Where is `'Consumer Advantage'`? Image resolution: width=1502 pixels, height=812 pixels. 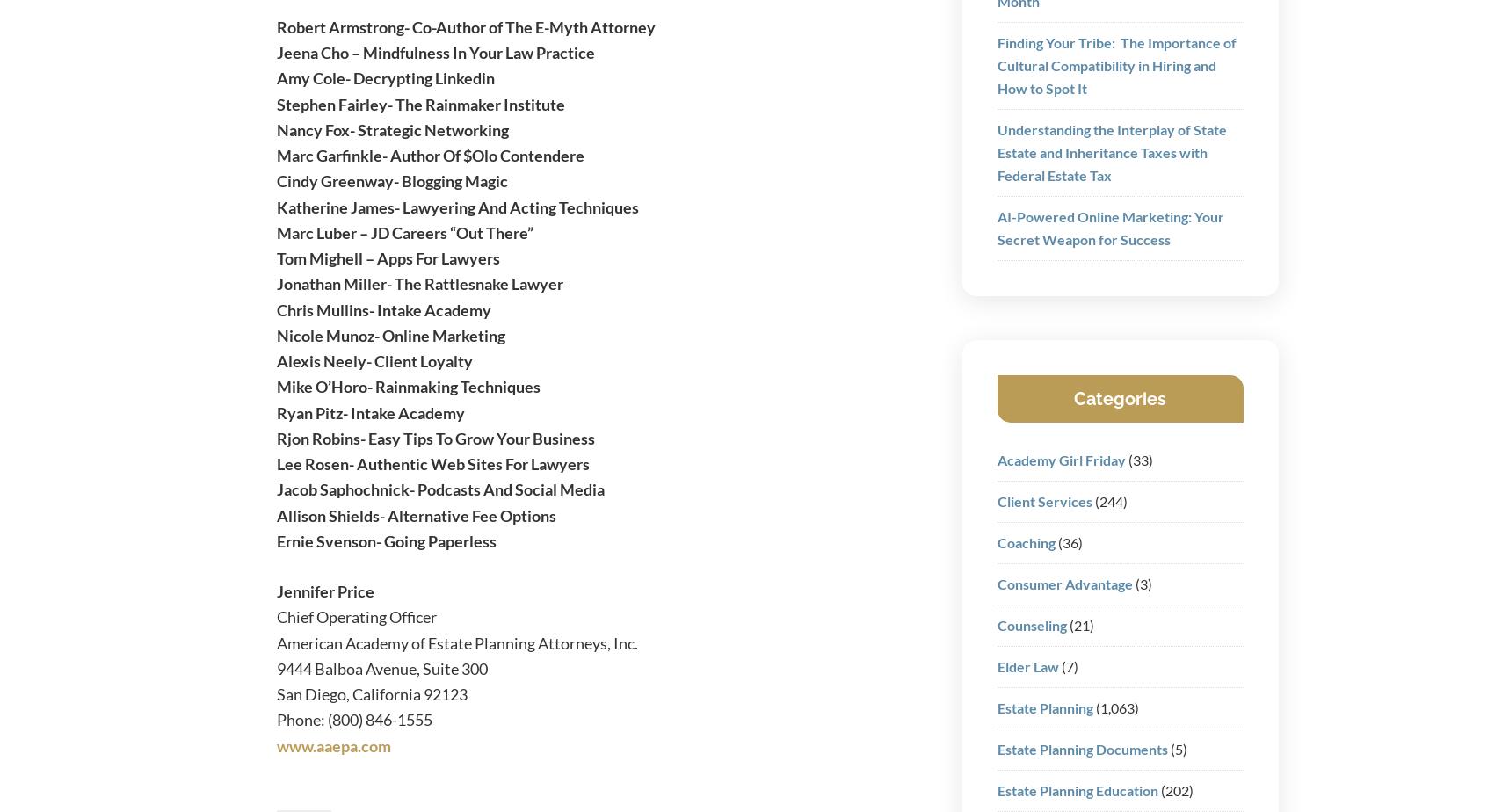
'Consumer Advantage' is located at coordinates (996, 583).